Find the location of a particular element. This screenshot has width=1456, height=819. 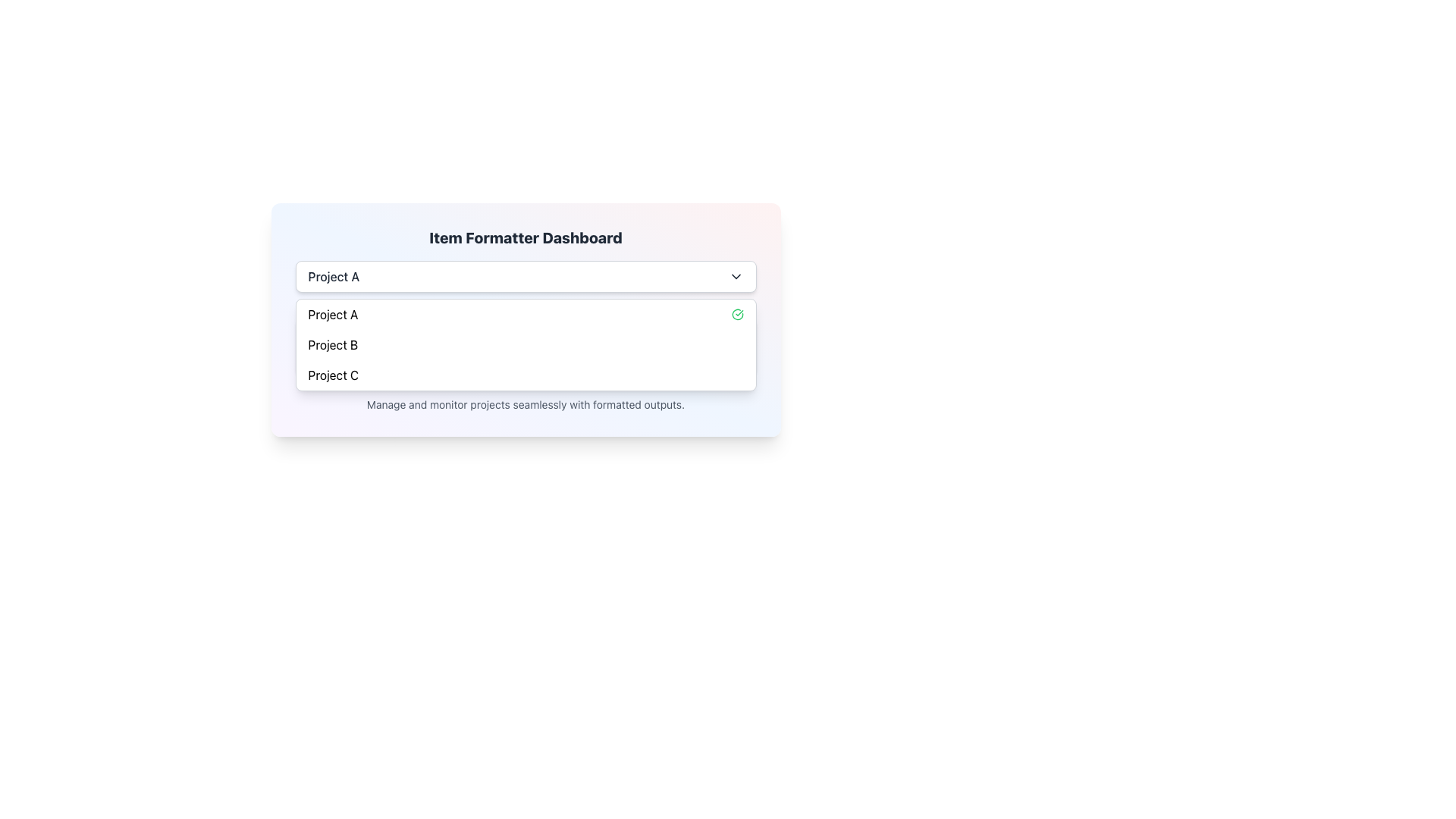

the dropdown menu located beneath the 'Item Formatter Dashboard' title is located at coordinates (526, 277).